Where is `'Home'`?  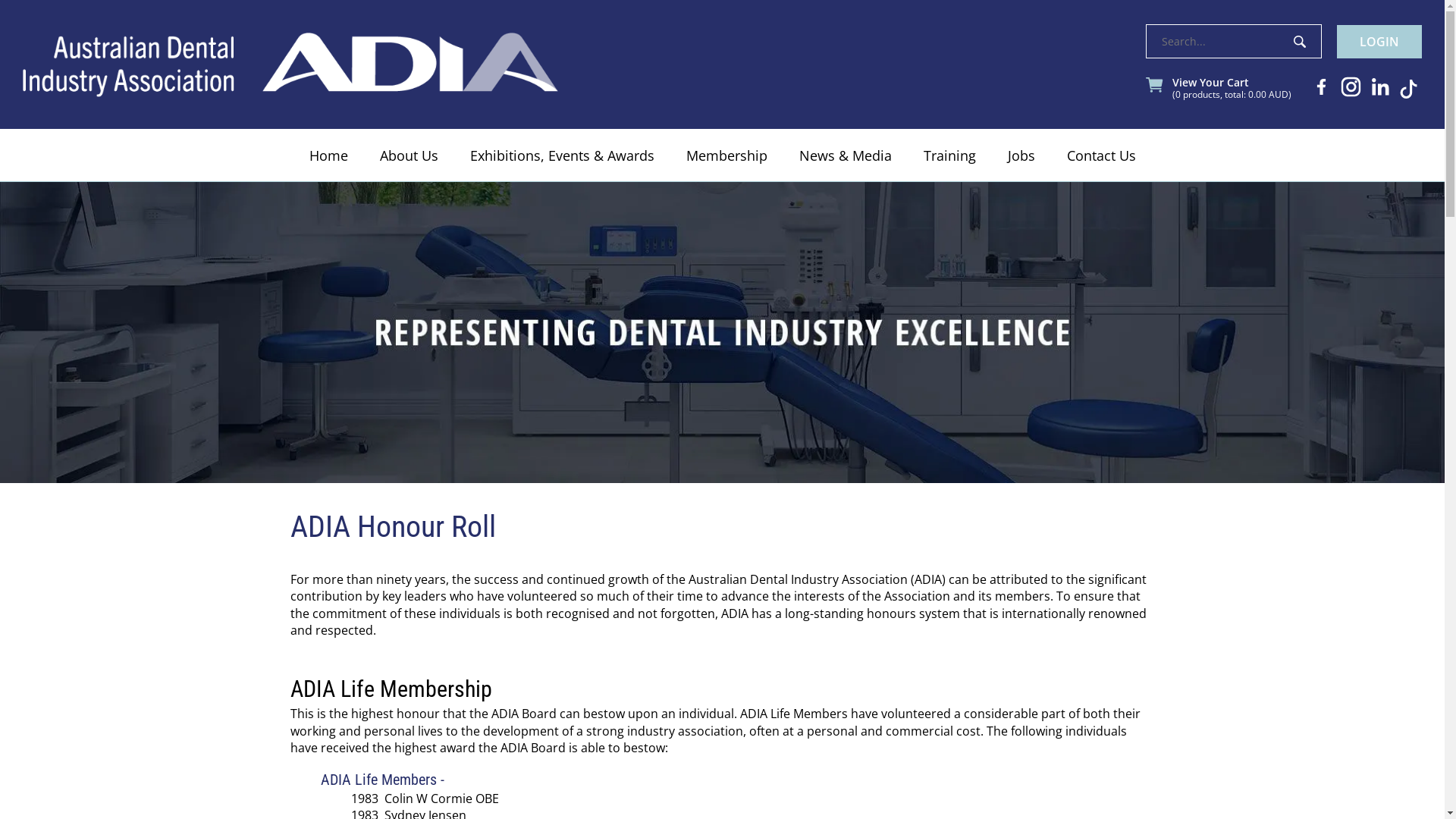 'Home' is located at coordinates (327, 155).